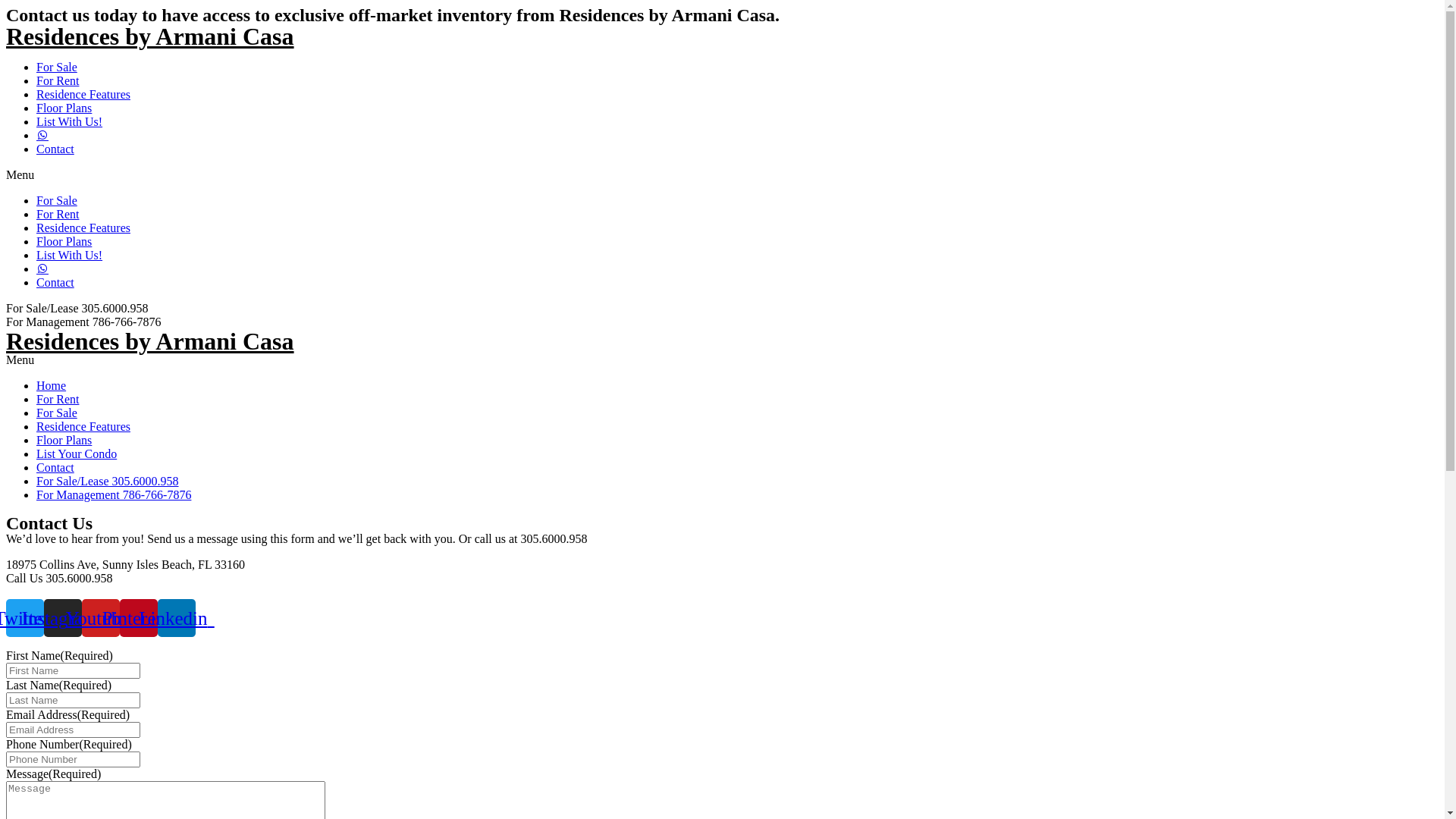  What do you see at coordinates (107, 481) in the screenshot?
I see `'For Sale/Lease 305.6000.958'` at bounding box center [107, 481].